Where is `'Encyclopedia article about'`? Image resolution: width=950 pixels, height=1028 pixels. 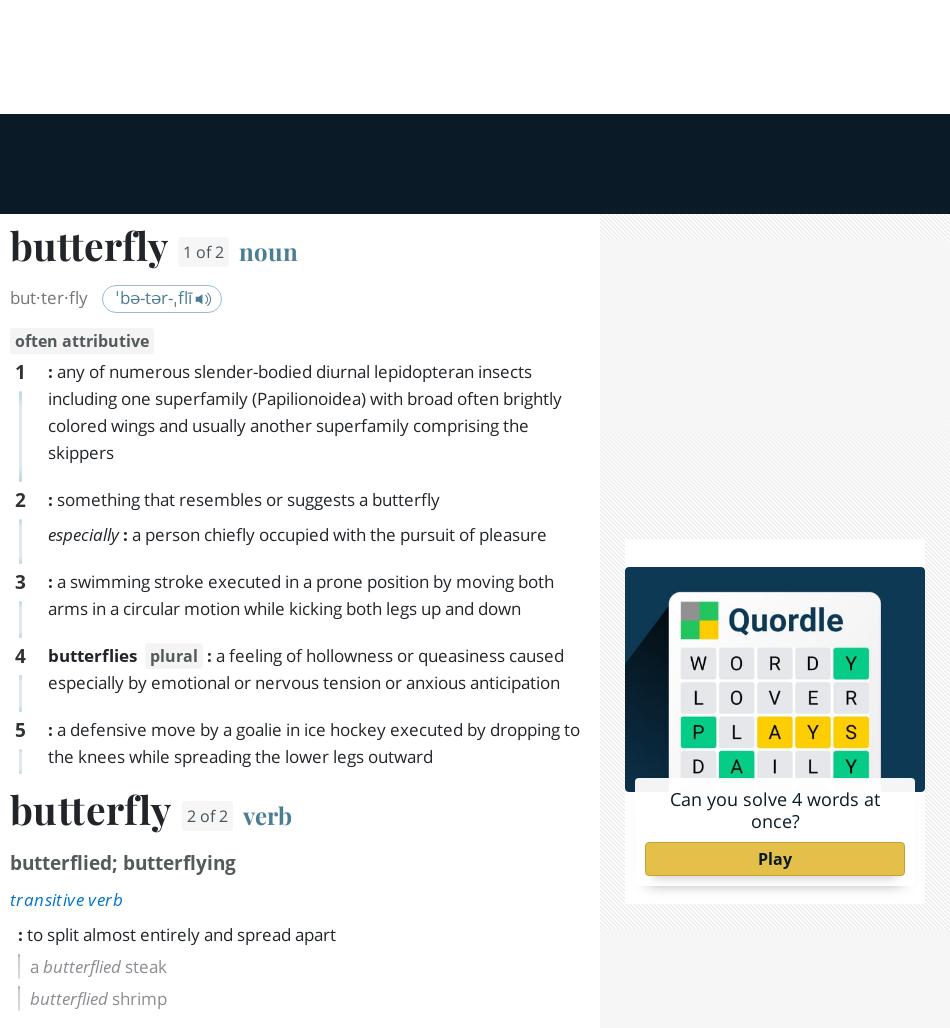 'Encyclopedia article about' is located at coordinates (259, 624).